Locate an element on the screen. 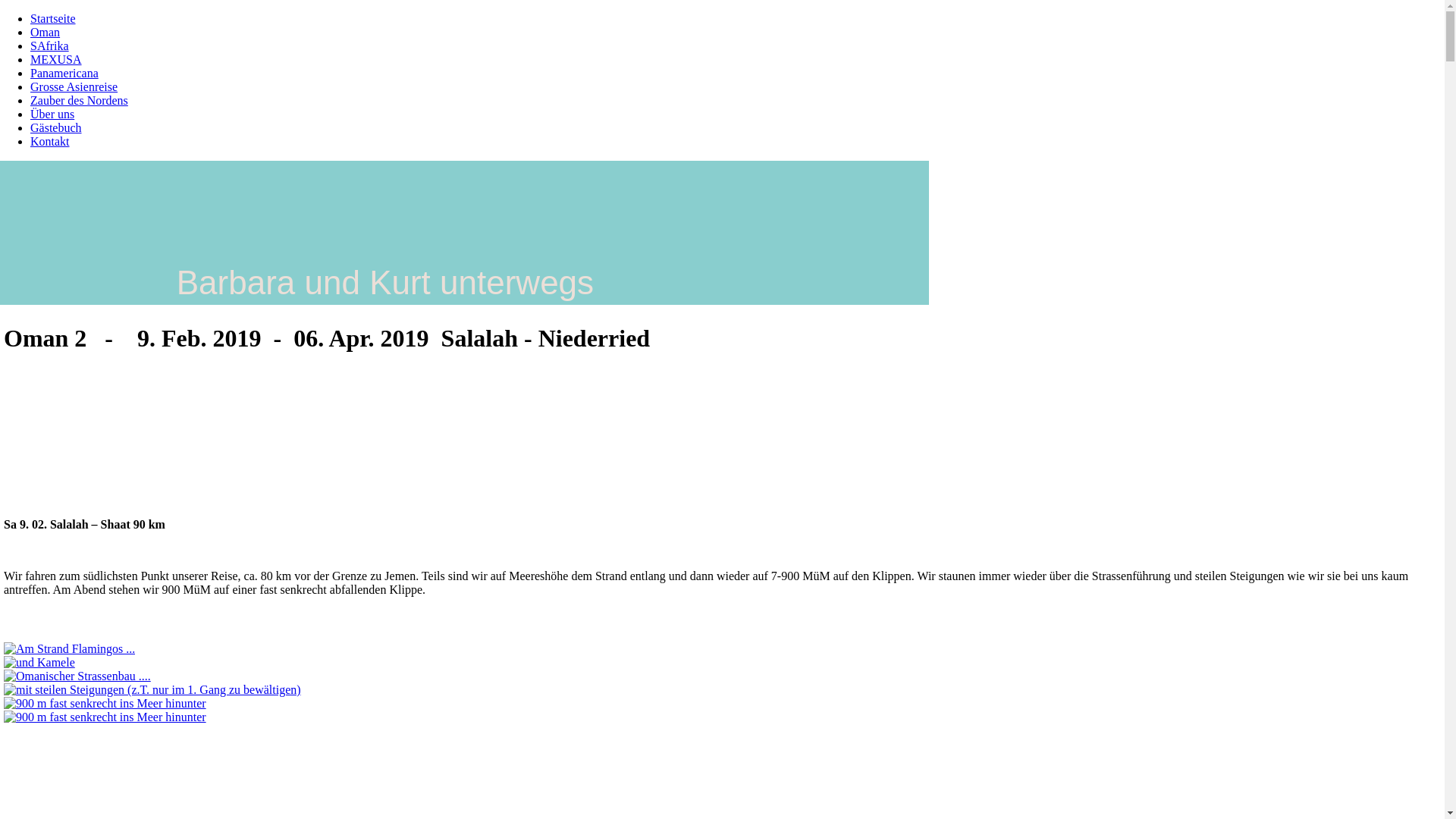 The height and width of the screenshot is (819, 1456). 'Oman' is located at coordinates (45, 32).